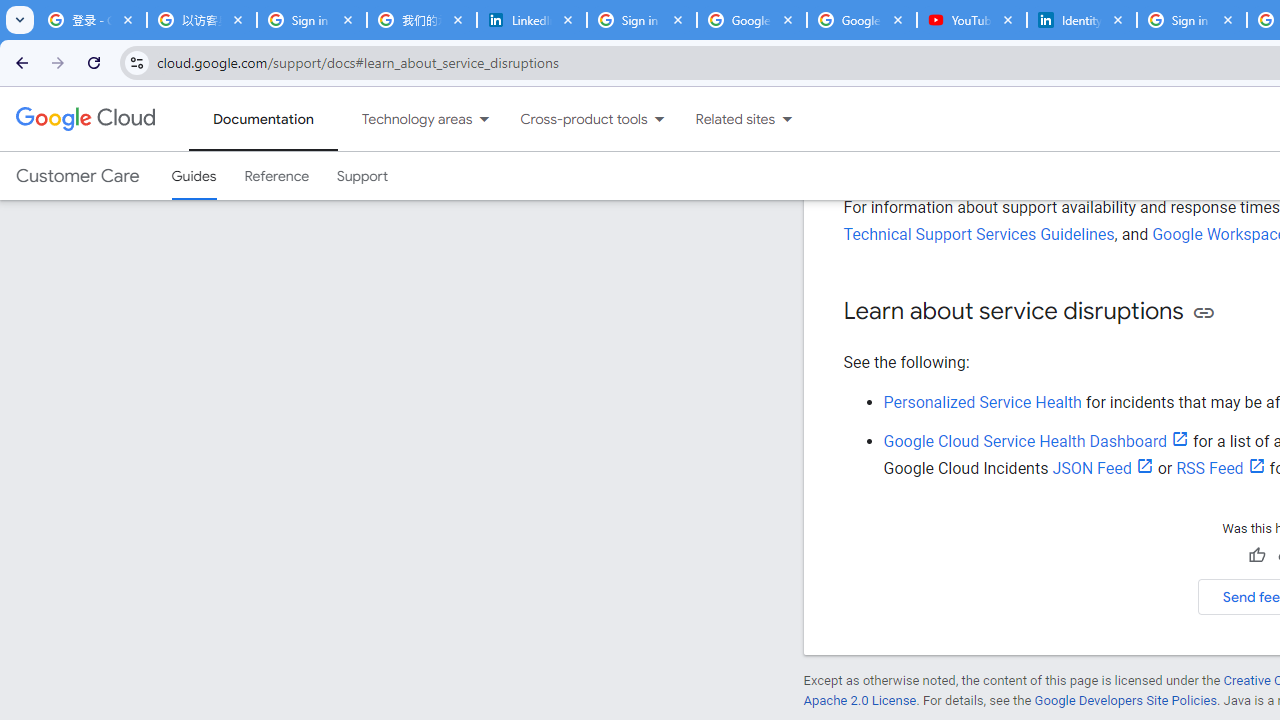  Describe the element at coordinates (571, 119) in the screenshot. I see `'Cross-product tools'` at that location.